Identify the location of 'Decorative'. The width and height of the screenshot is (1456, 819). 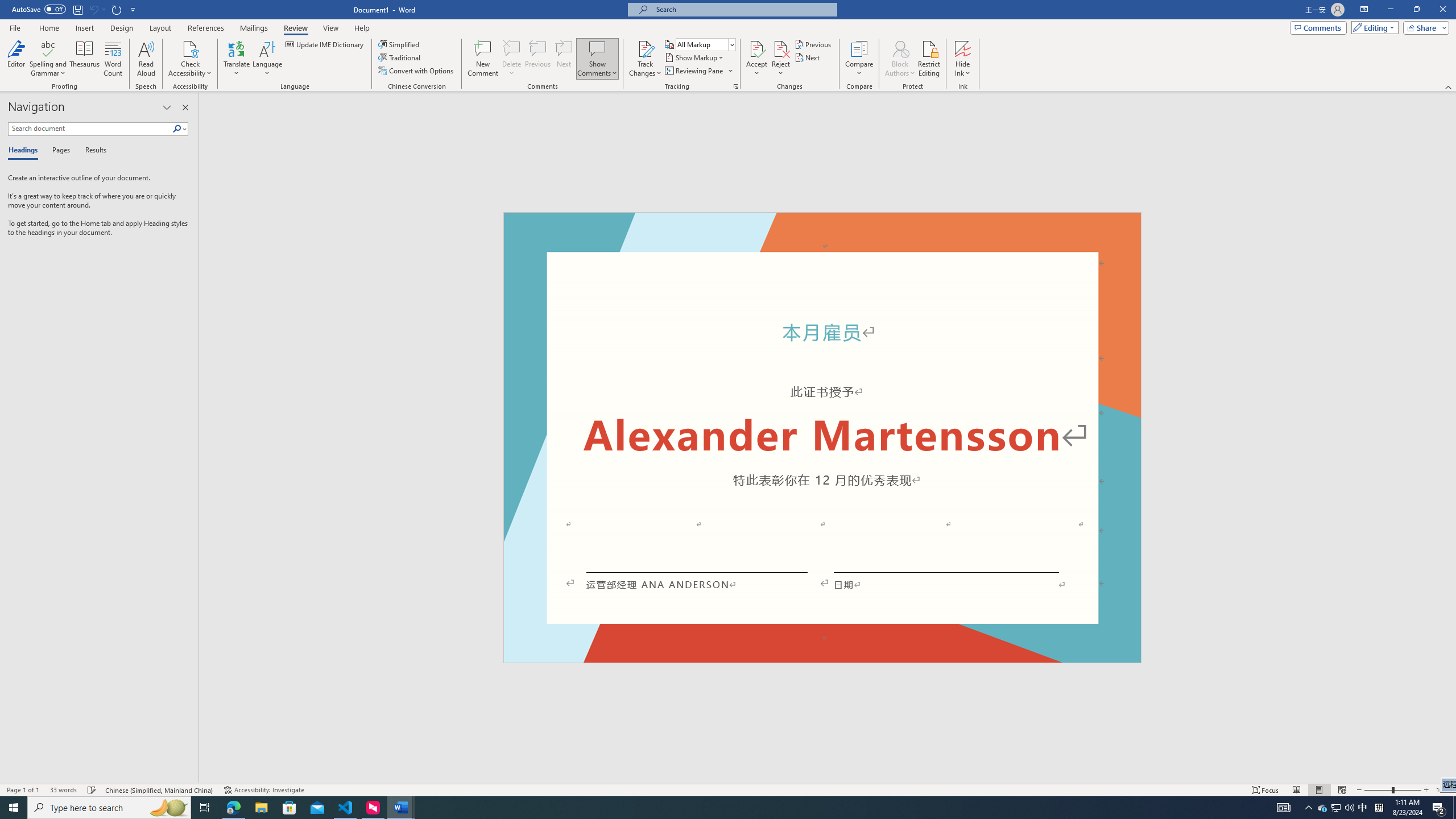
(822, 437).